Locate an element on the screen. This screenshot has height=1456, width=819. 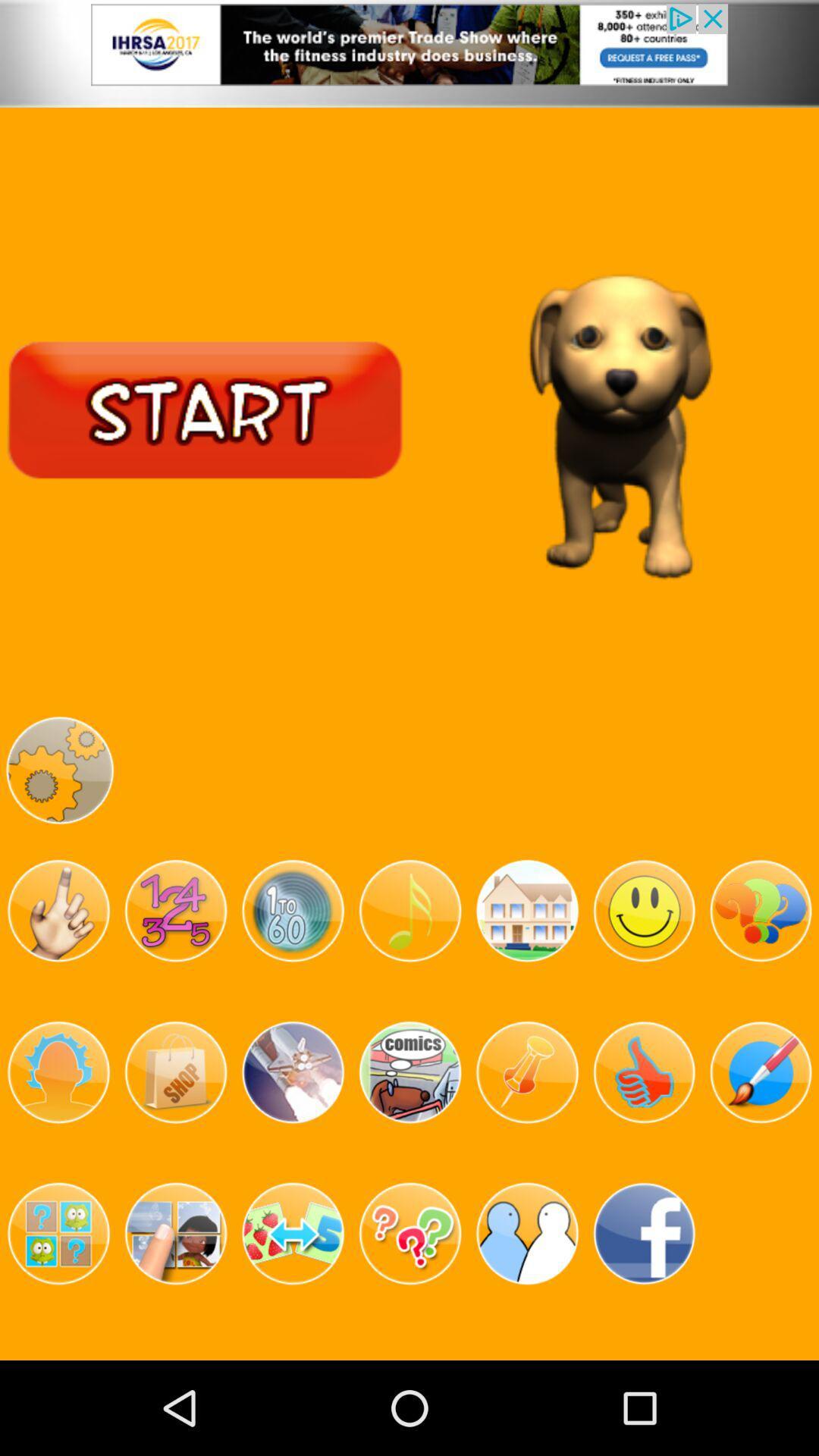
the edit icon is located at coordinates (761, 1147).